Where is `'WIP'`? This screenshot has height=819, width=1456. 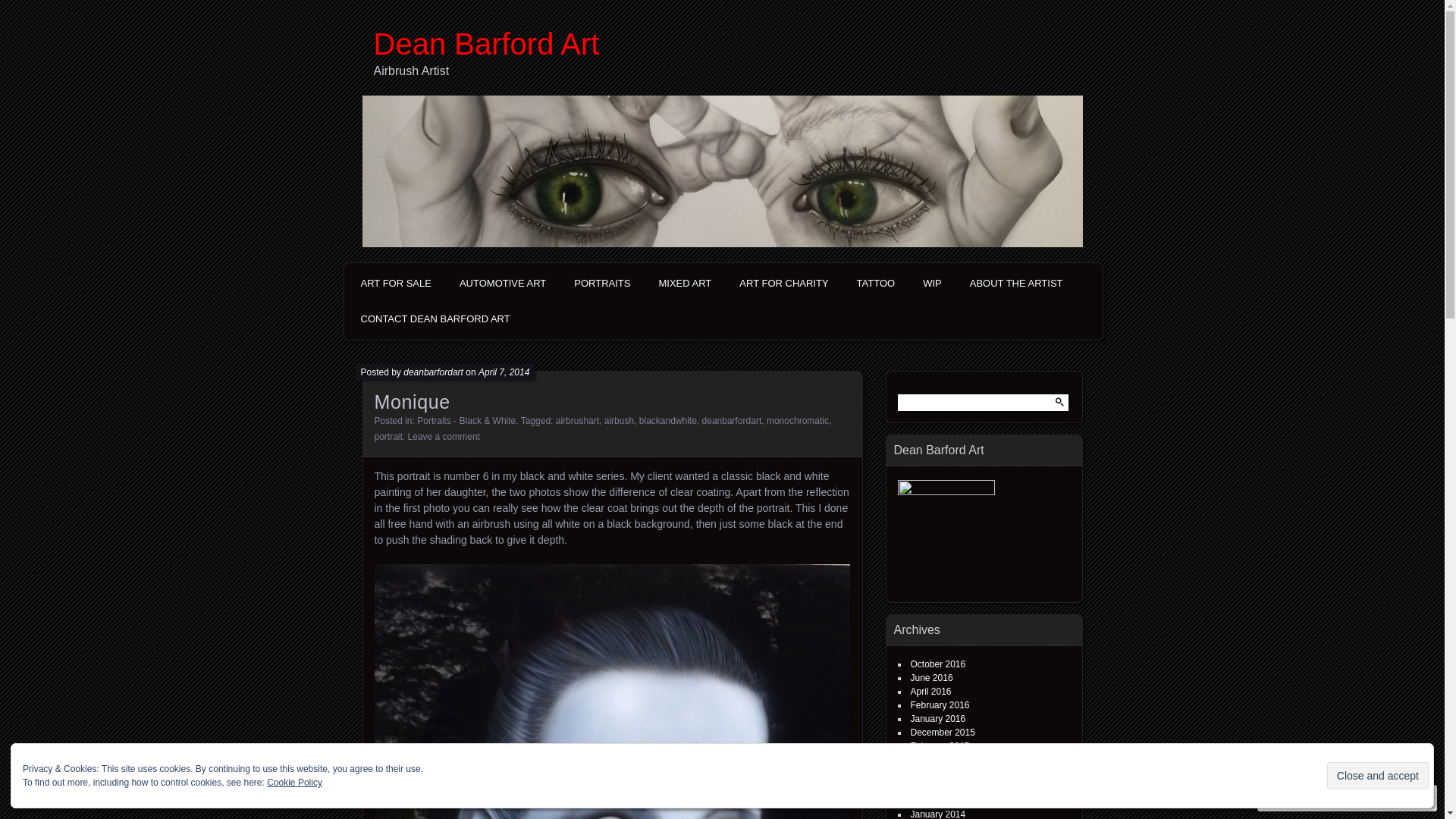
'WIP' is located at coordinates (931, 284).